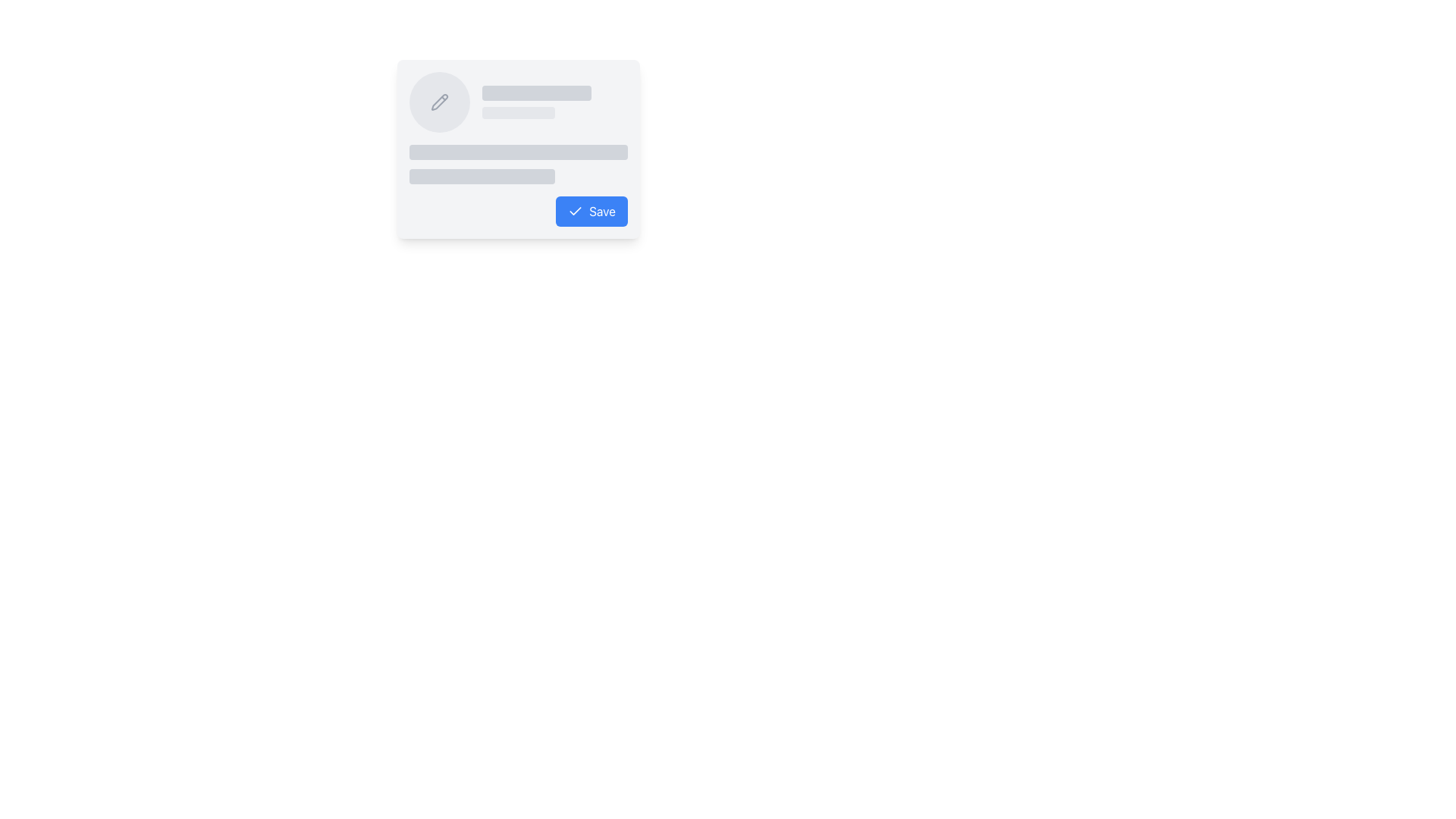  I want to click on the pencil icon graphic representing the edit functionality located in the top-left corner of the card area, so click(439, 102).